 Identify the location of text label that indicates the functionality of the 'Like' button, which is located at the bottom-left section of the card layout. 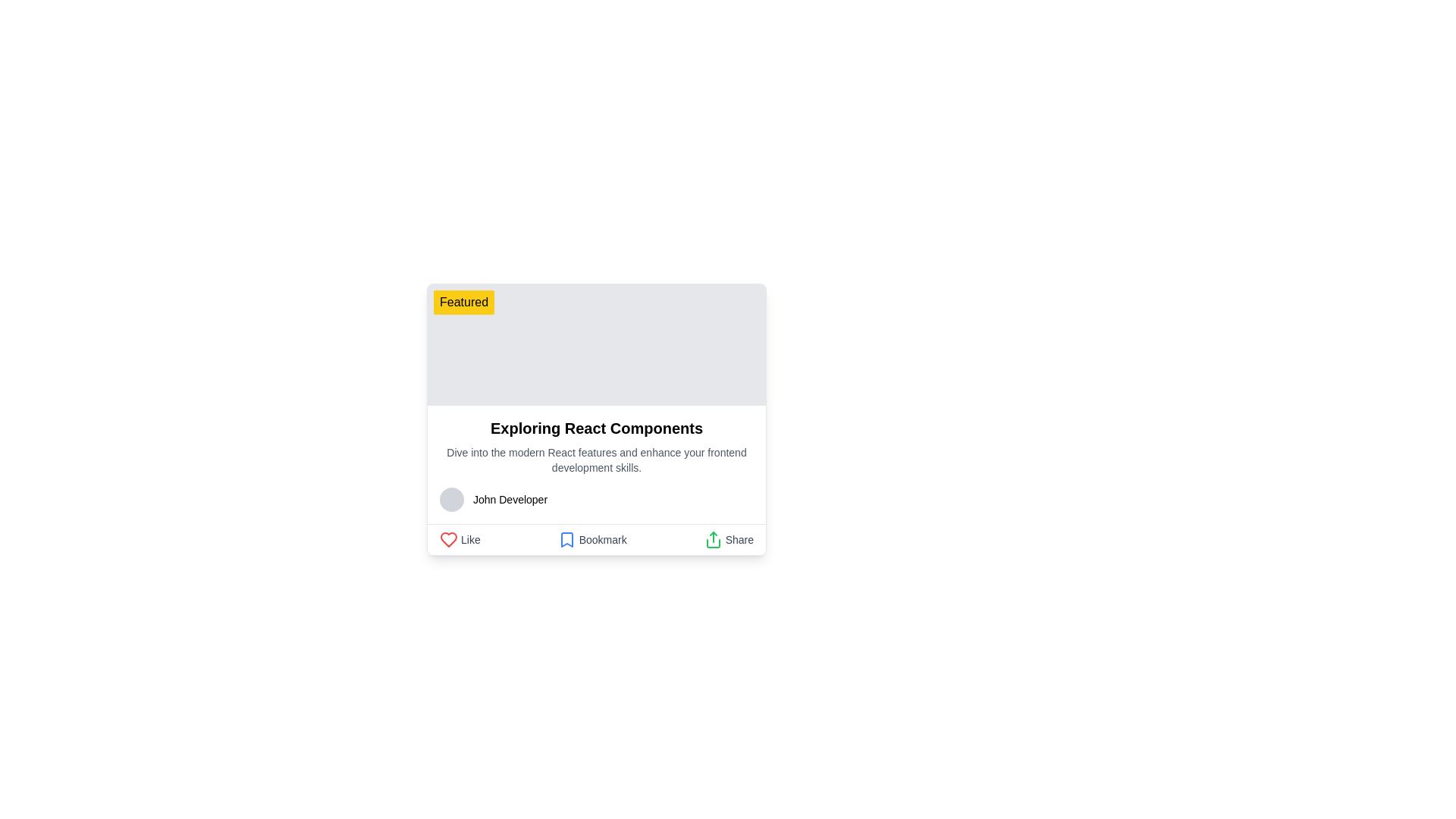
(469, 539).